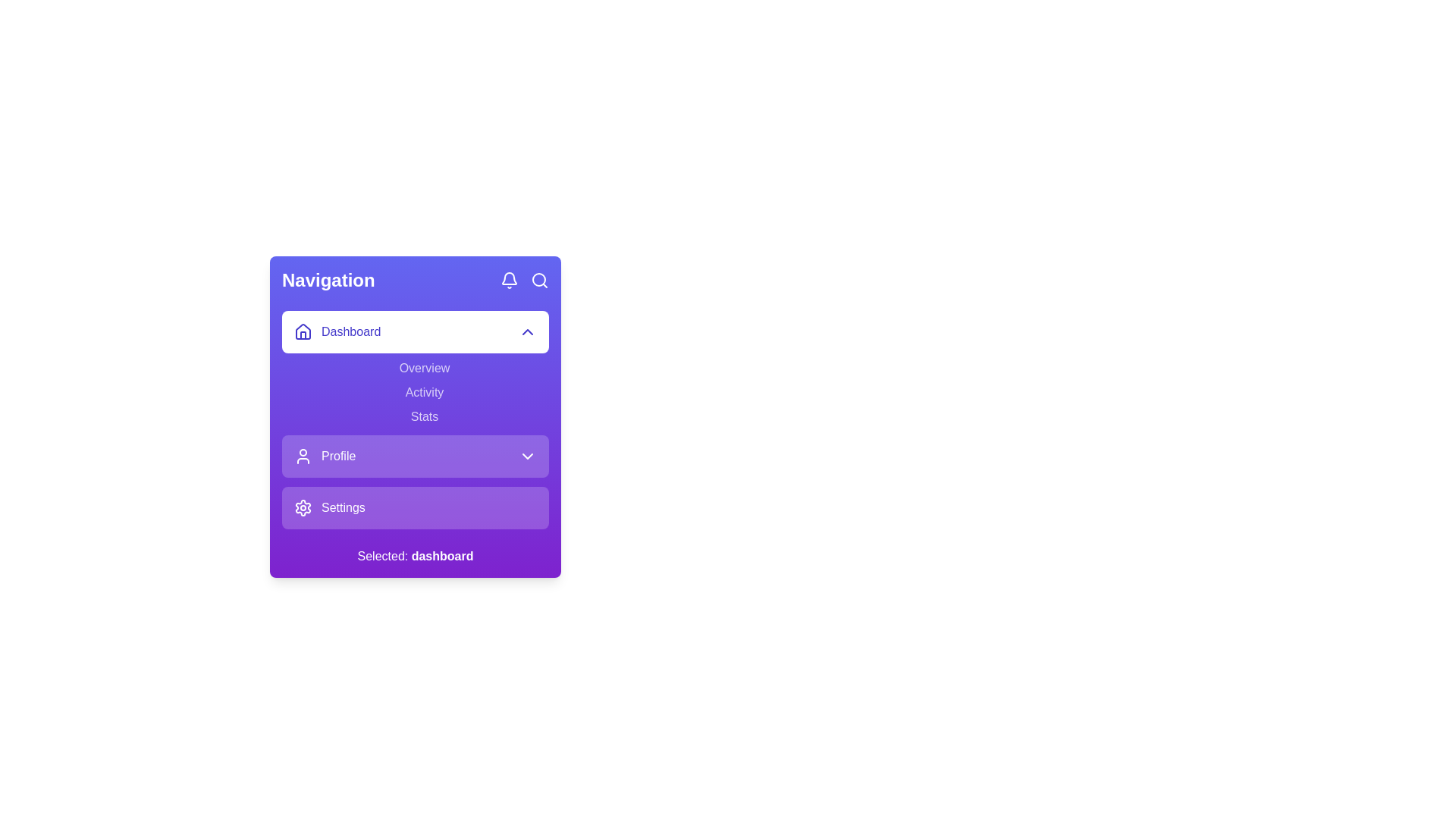 This screenshot has width=1456, height=819. Describe the element at coordinates (303, 455) in the screenshot. I see `the user icon on the purple background, which is located to the left of the text 'Profile' in the navigation panel` at that location.